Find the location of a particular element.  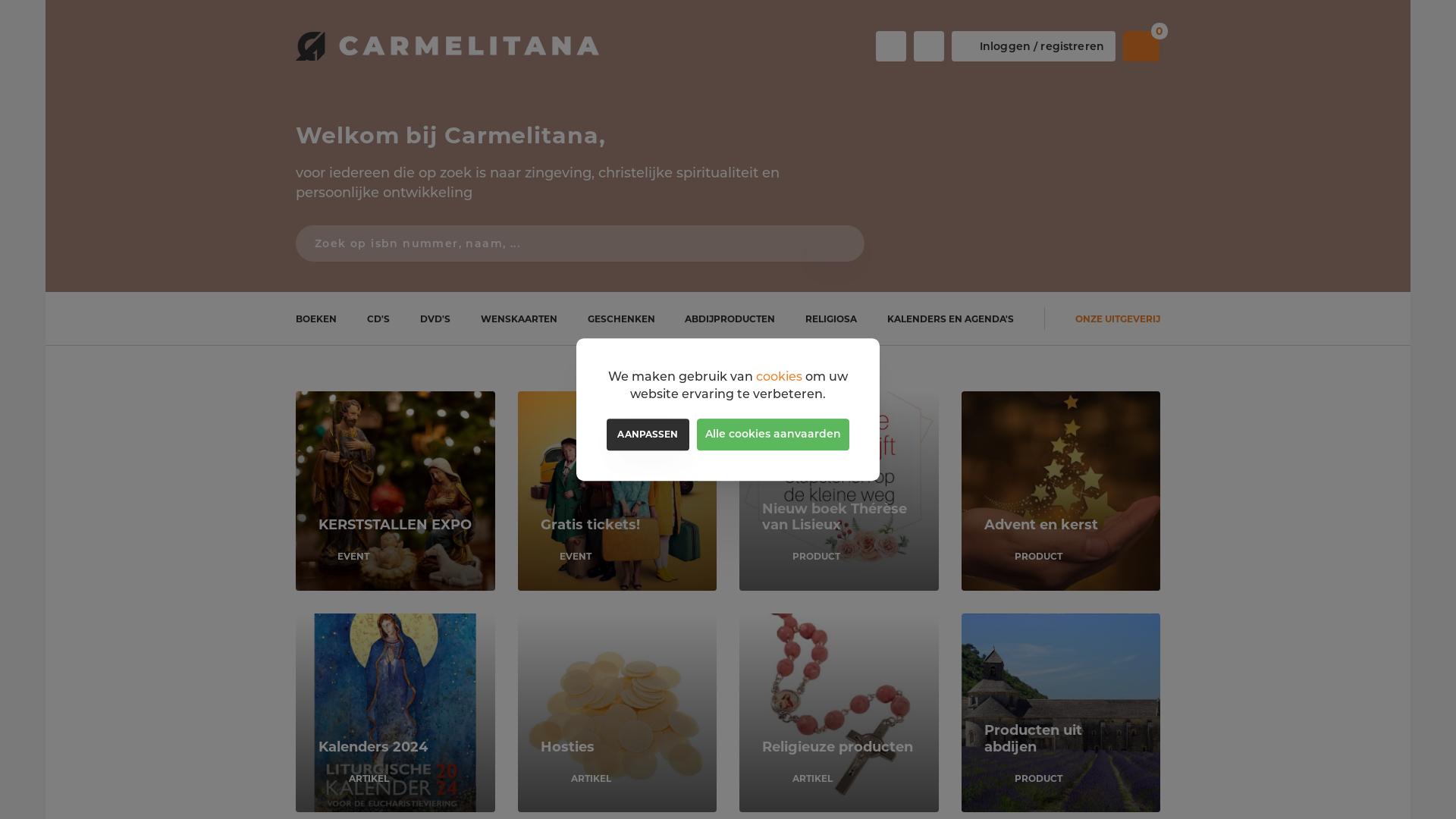

'Volg Carmelitana op Facebook!' is located at coordinates (891, 45).